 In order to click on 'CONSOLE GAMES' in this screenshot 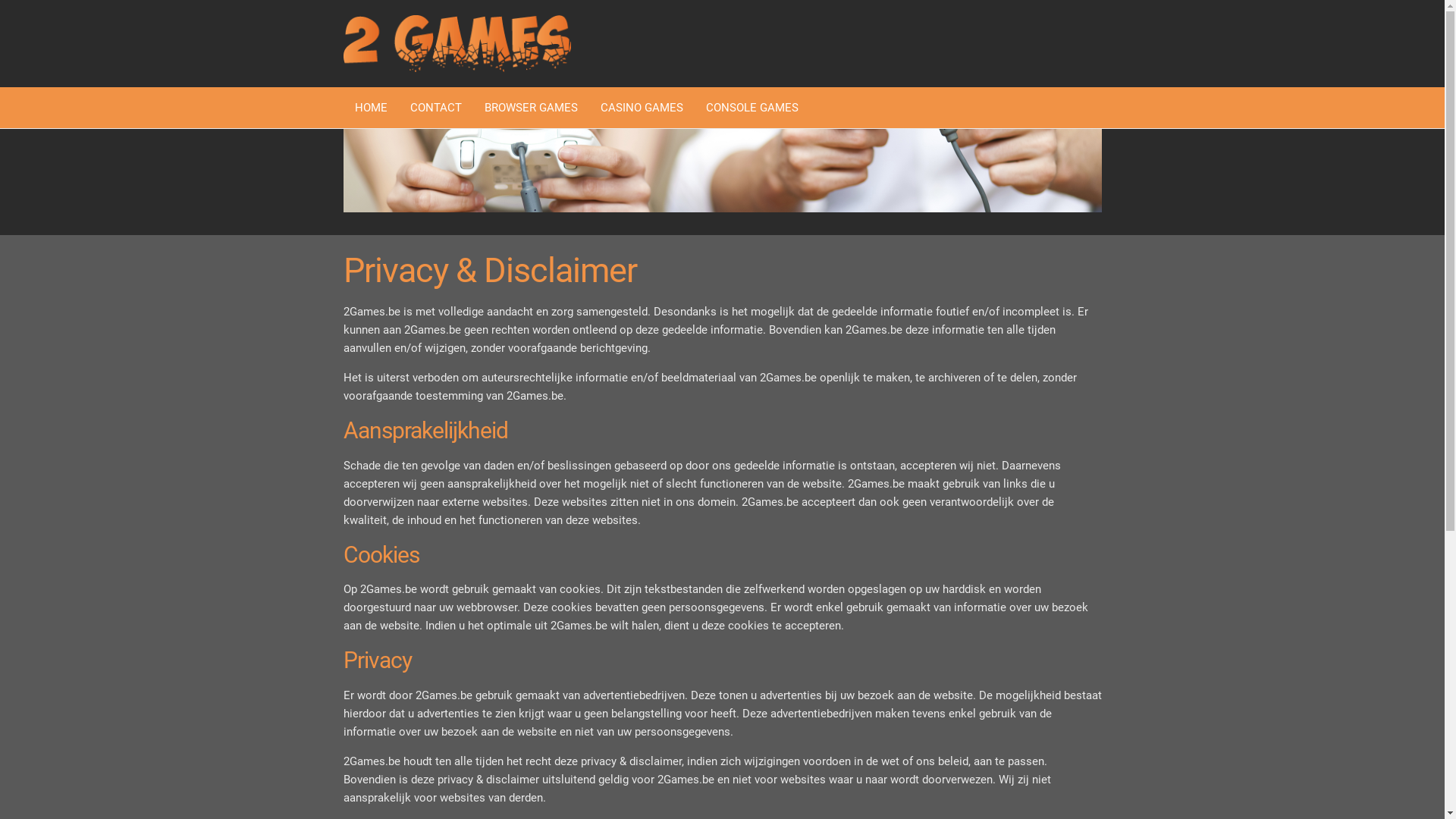, I will do `click(752, 107)`.